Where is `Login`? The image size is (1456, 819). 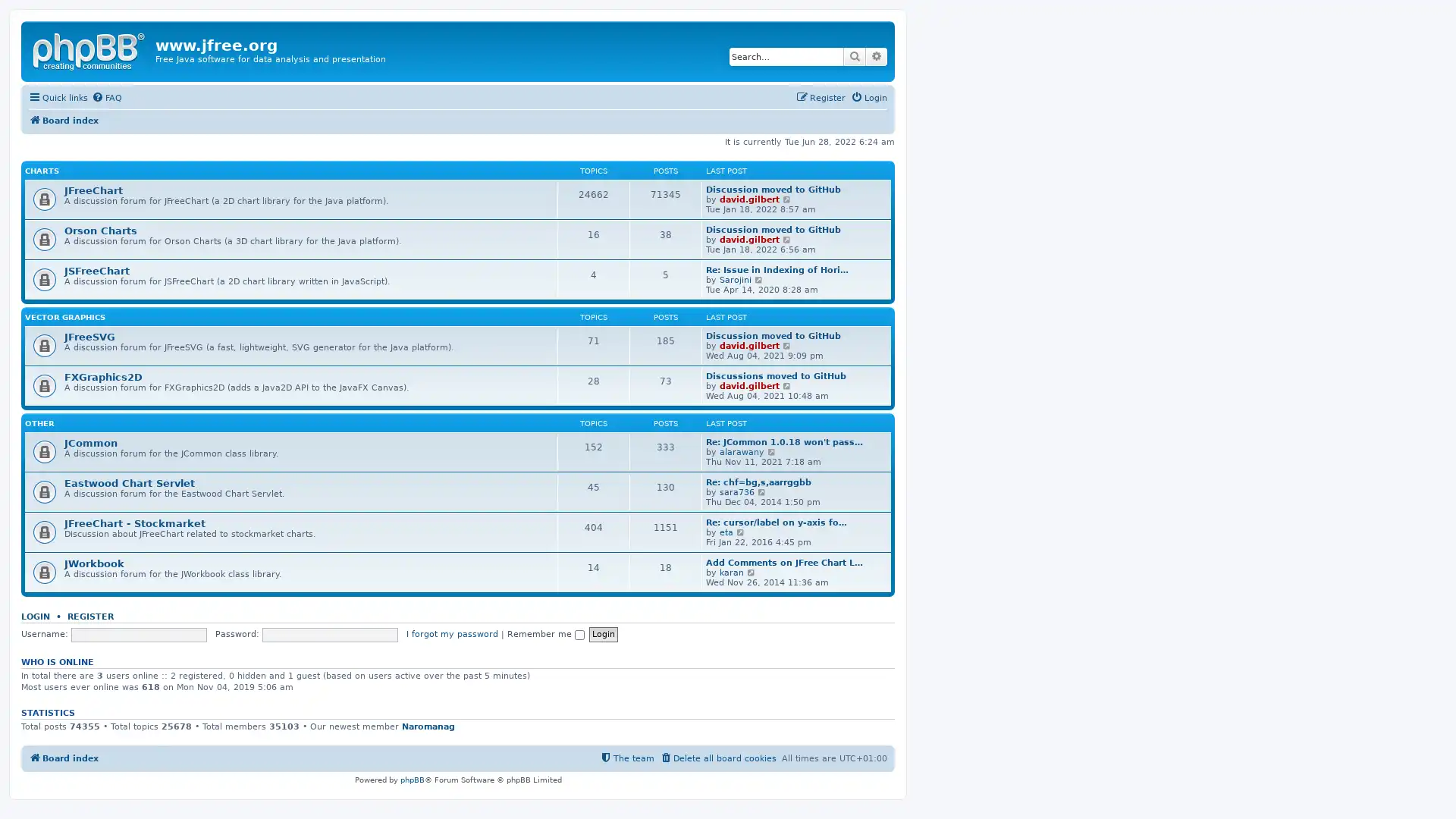 Login is located at coordinates (602, 634).